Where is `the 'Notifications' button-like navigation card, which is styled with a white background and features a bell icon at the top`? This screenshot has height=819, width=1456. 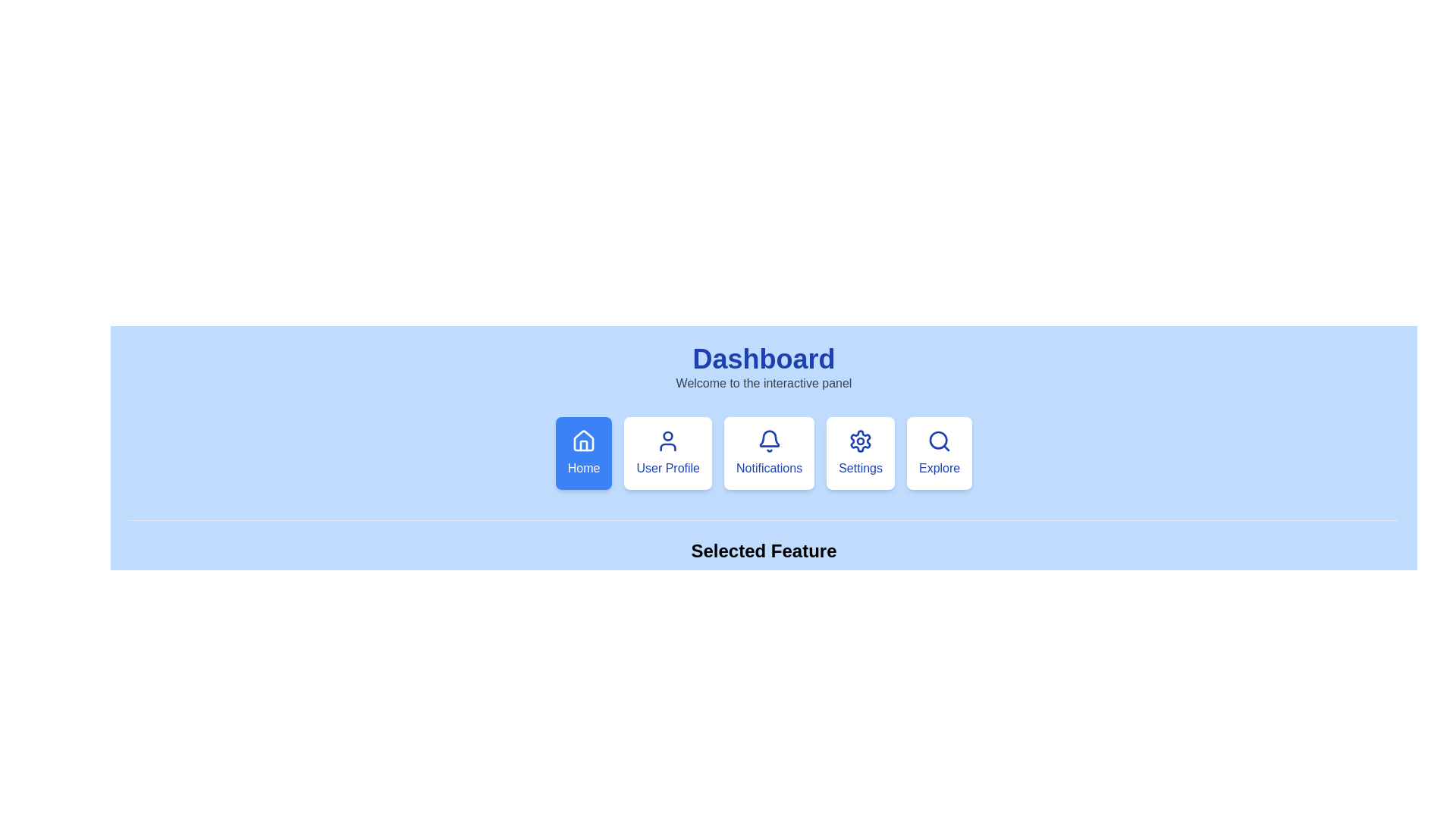
the 'Notifications' button-like navigation card, which is styled with a white background and features a bell icon at the top is located at coordinates (769, 452).